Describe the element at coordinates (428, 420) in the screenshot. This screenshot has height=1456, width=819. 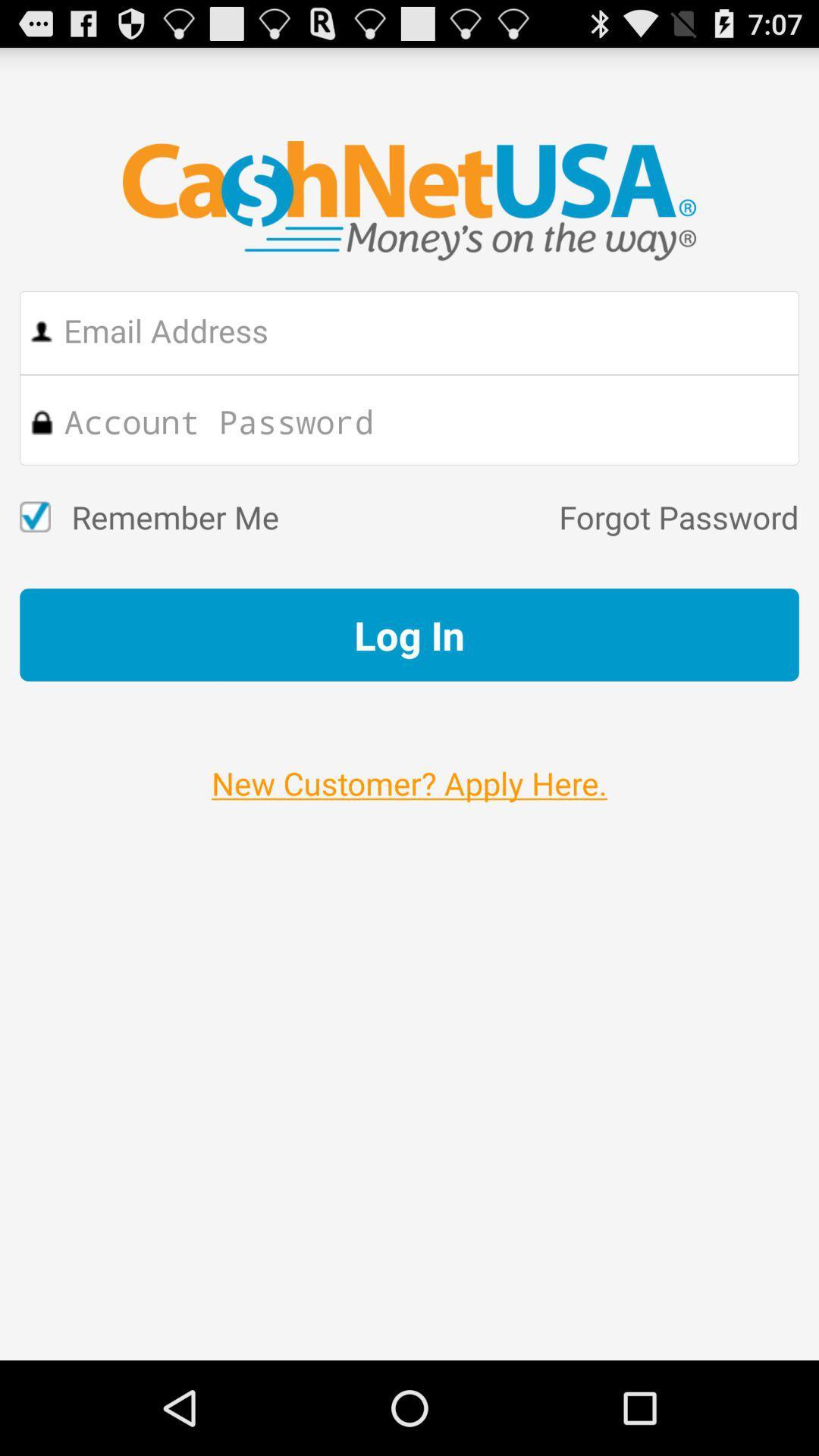
I see `app above remember me app` at that location.